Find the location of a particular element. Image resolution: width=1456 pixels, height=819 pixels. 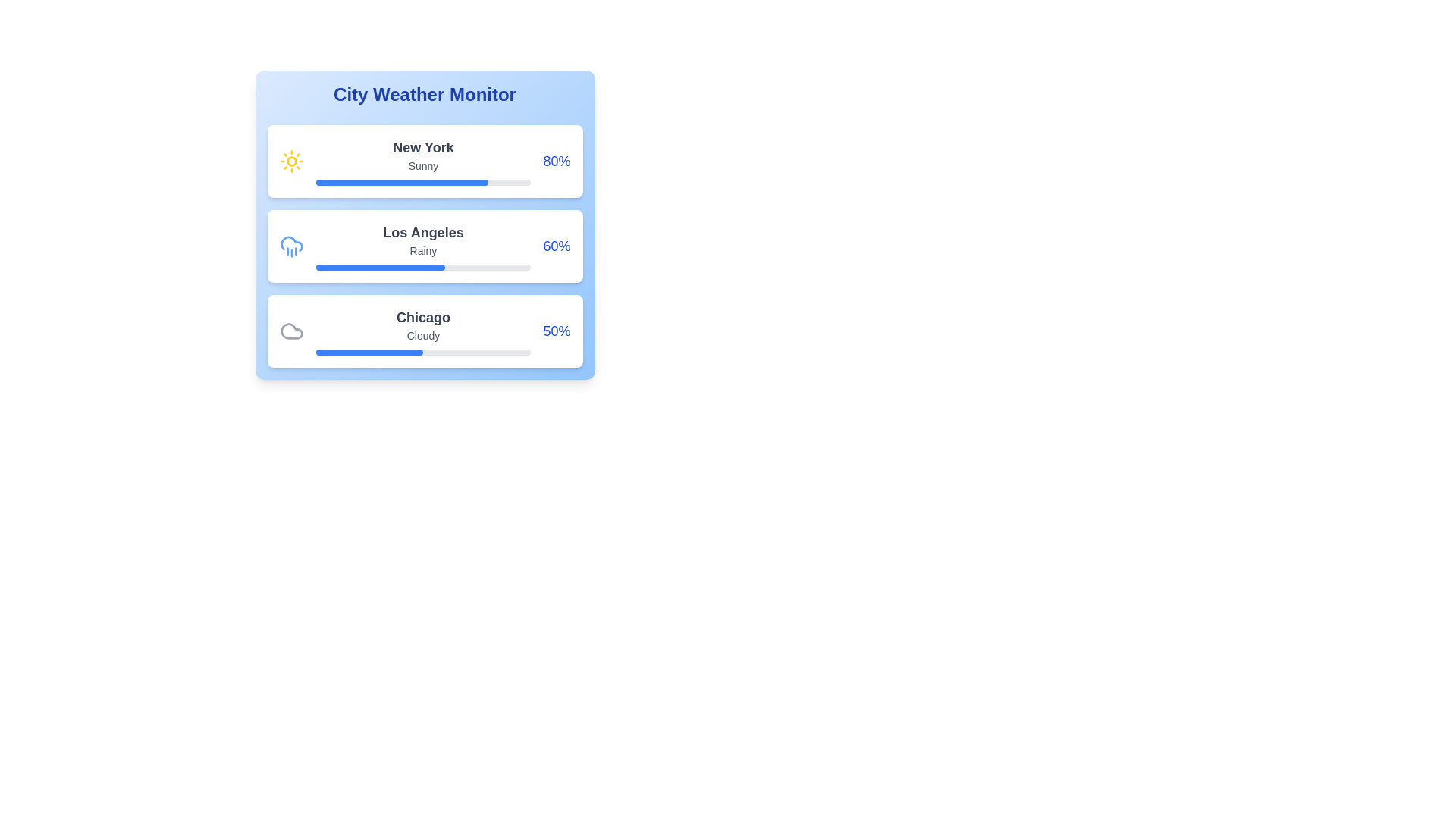

the centrally aligned Information panel that summarizes weather status for multiple cities, displaying city names and weather conditions is located at coordinates (425, 225).